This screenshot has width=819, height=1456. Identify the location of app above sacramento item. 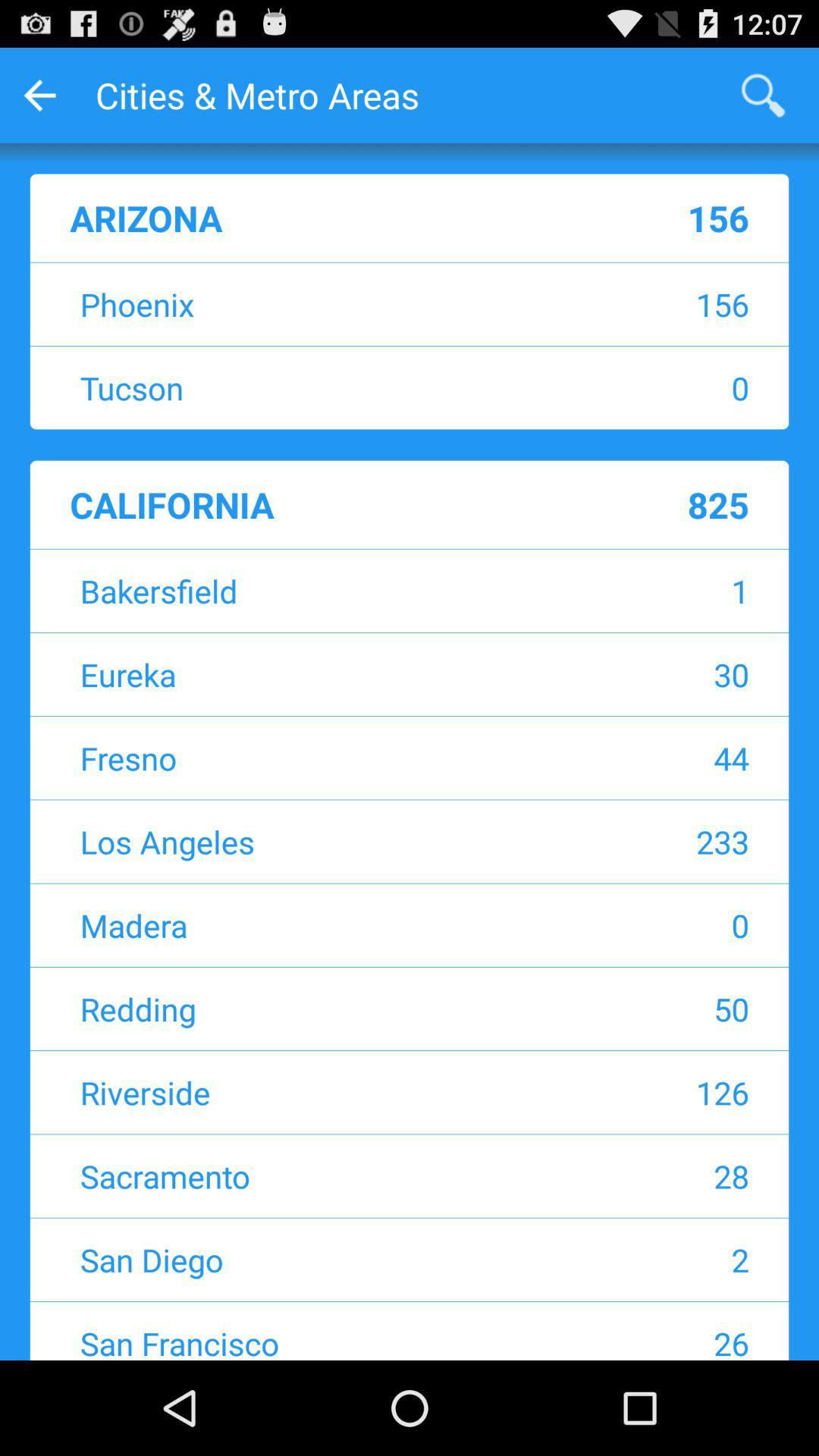
(648, 1092).